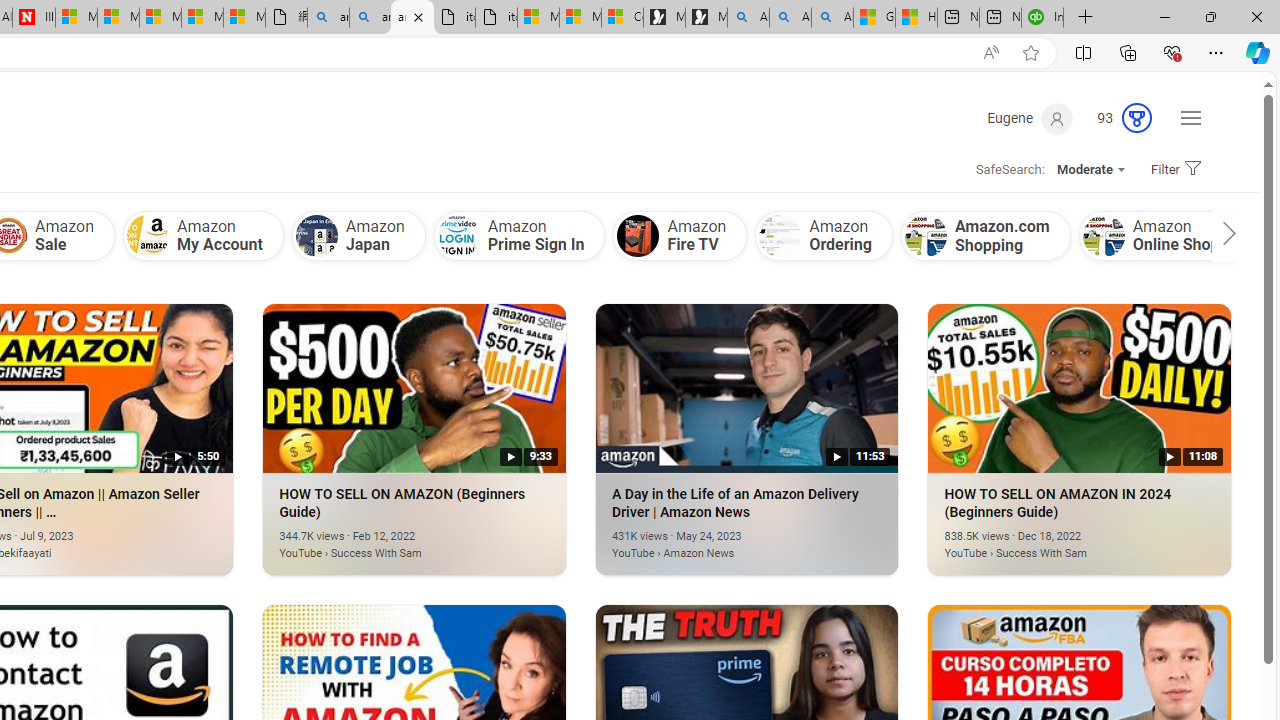 The image size is (1280, 720). What do you see at coordinates (1137, 118) in the screenshot?
I see `'AutomationID: rh_meter'` at bounding box center [1137, 118].